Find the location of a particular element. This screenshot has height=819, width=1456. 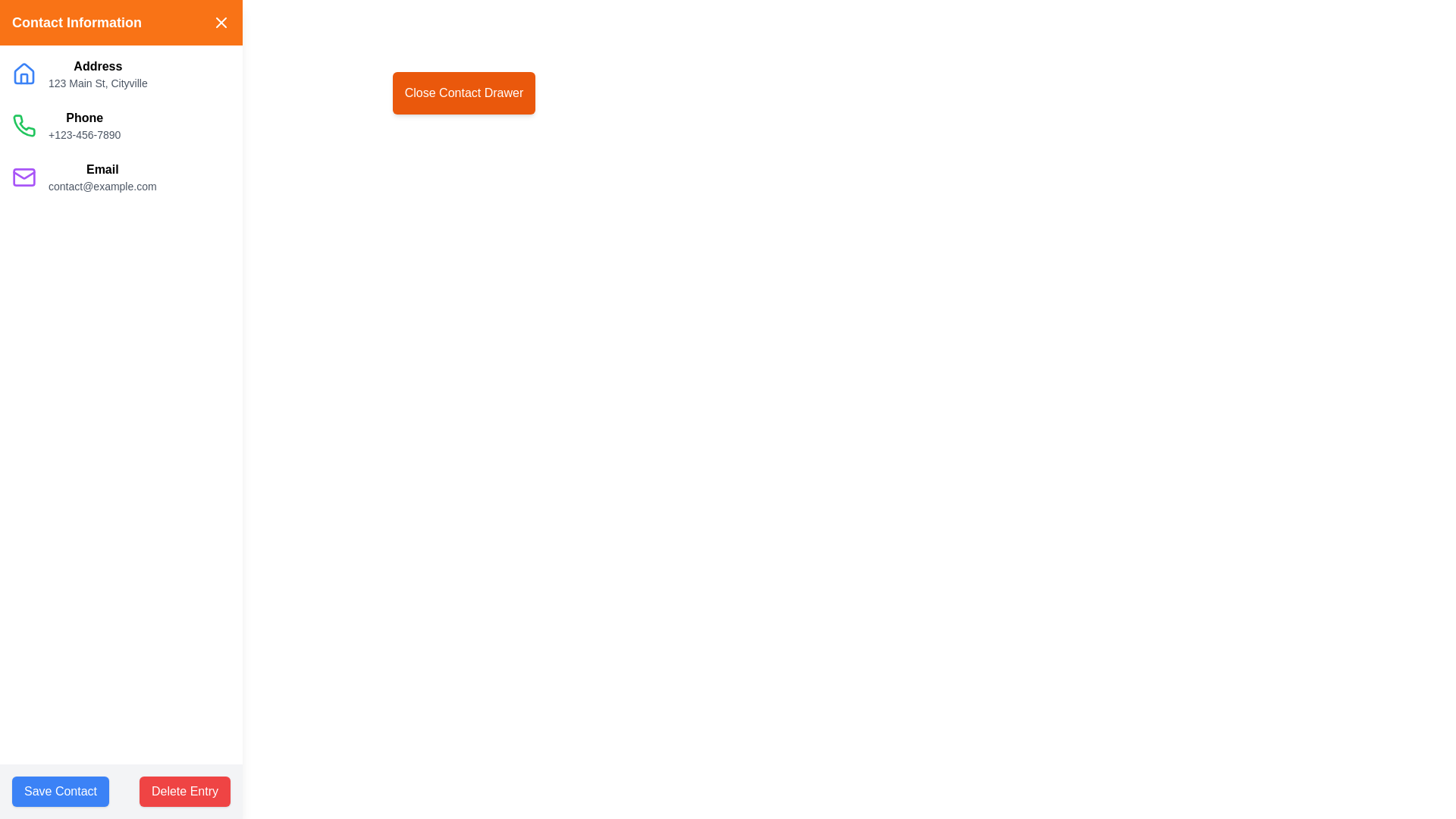

the vertical bar inside the house icon located under 'Contact Information', which is styled with blue outlines is located at coordinates (24, 79).